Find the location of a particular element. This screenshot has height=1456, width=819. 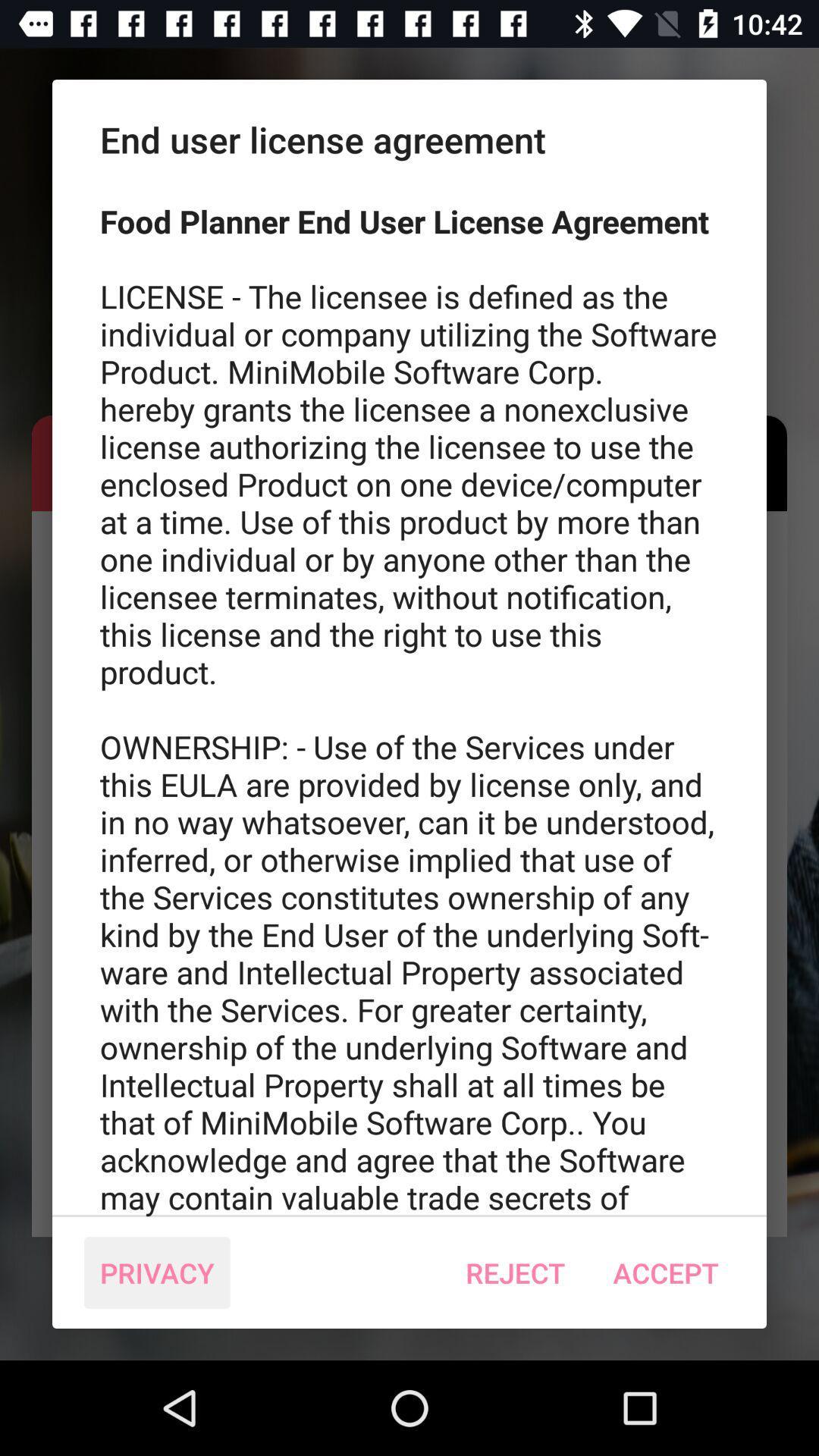

icon below food planner end item is located at coordinates (665, 1272).